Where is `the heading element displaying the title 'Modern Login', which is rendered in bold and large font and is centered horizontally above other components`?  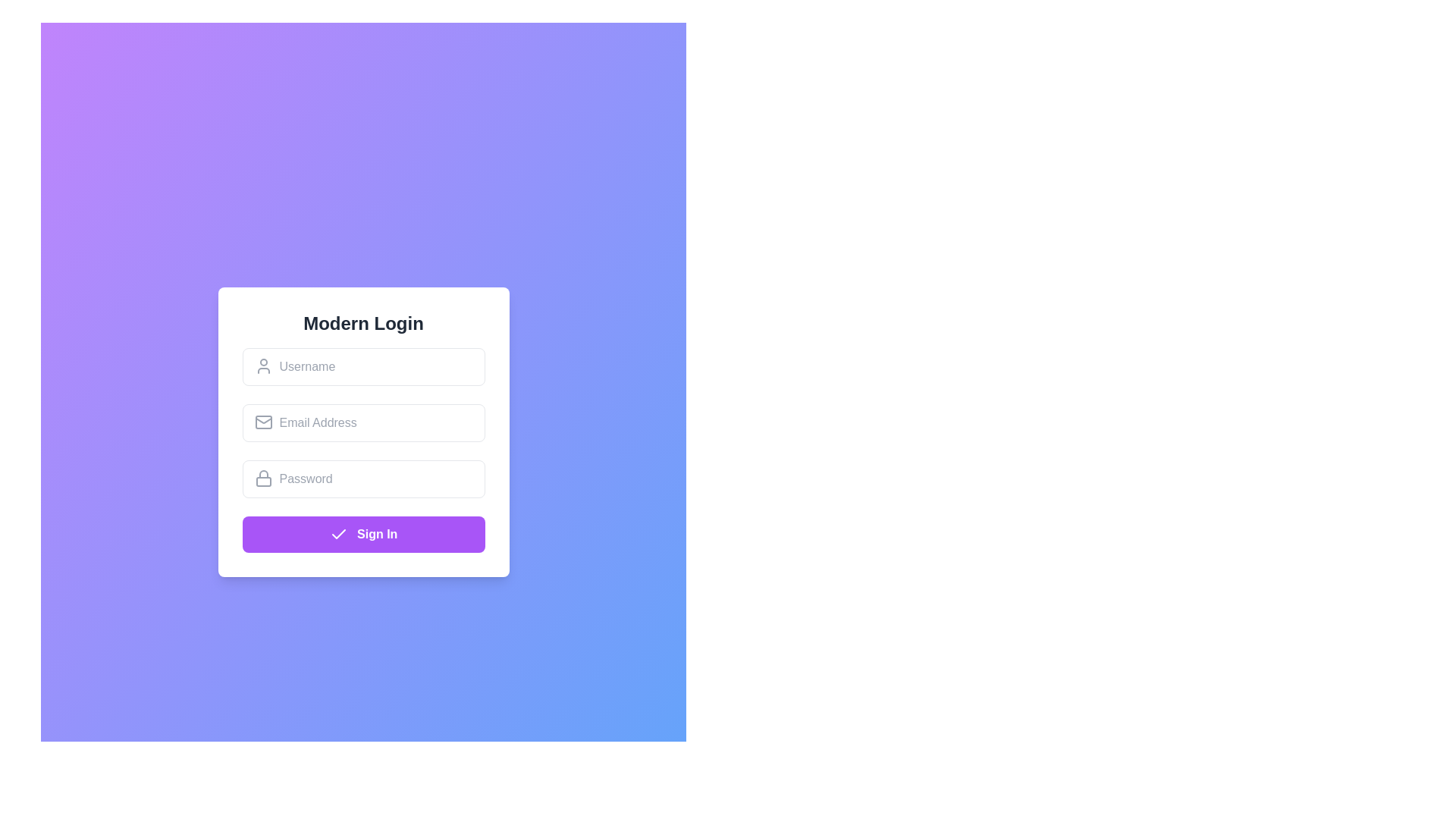 the heading element displaying the title 'Modern Login', which is rendered in bold and large font and is centered horizontally above other components is located at coordinates (362, 322).